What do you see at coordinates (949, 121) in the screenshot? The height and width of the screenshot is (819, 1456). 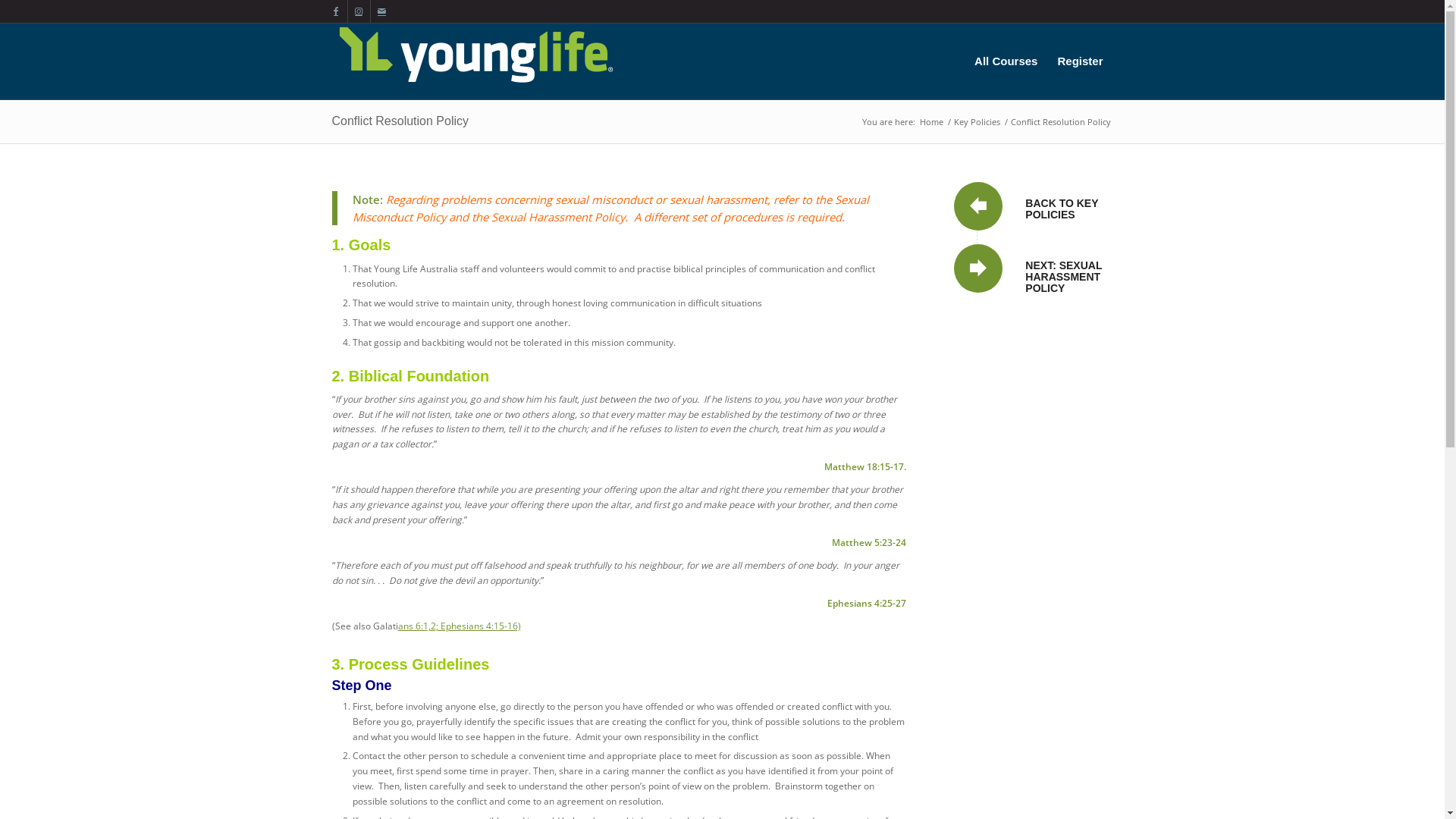 I see `'Key Policies'` at bounding box center [949, 121].